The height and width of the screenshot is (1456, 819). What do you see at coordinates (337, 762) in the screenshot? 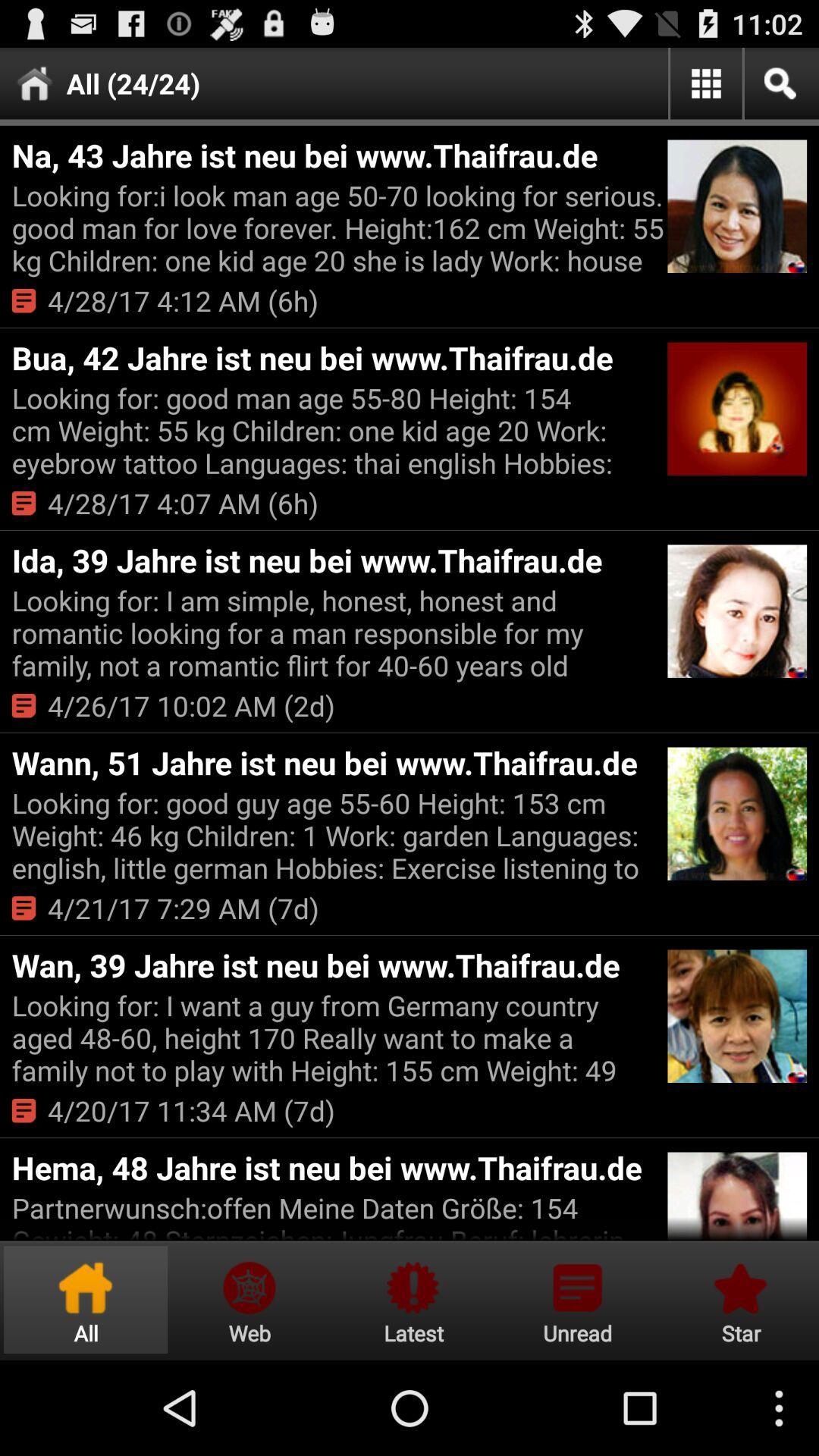
I see `the wann 51 jahre item` at bounding box center [337, 762].